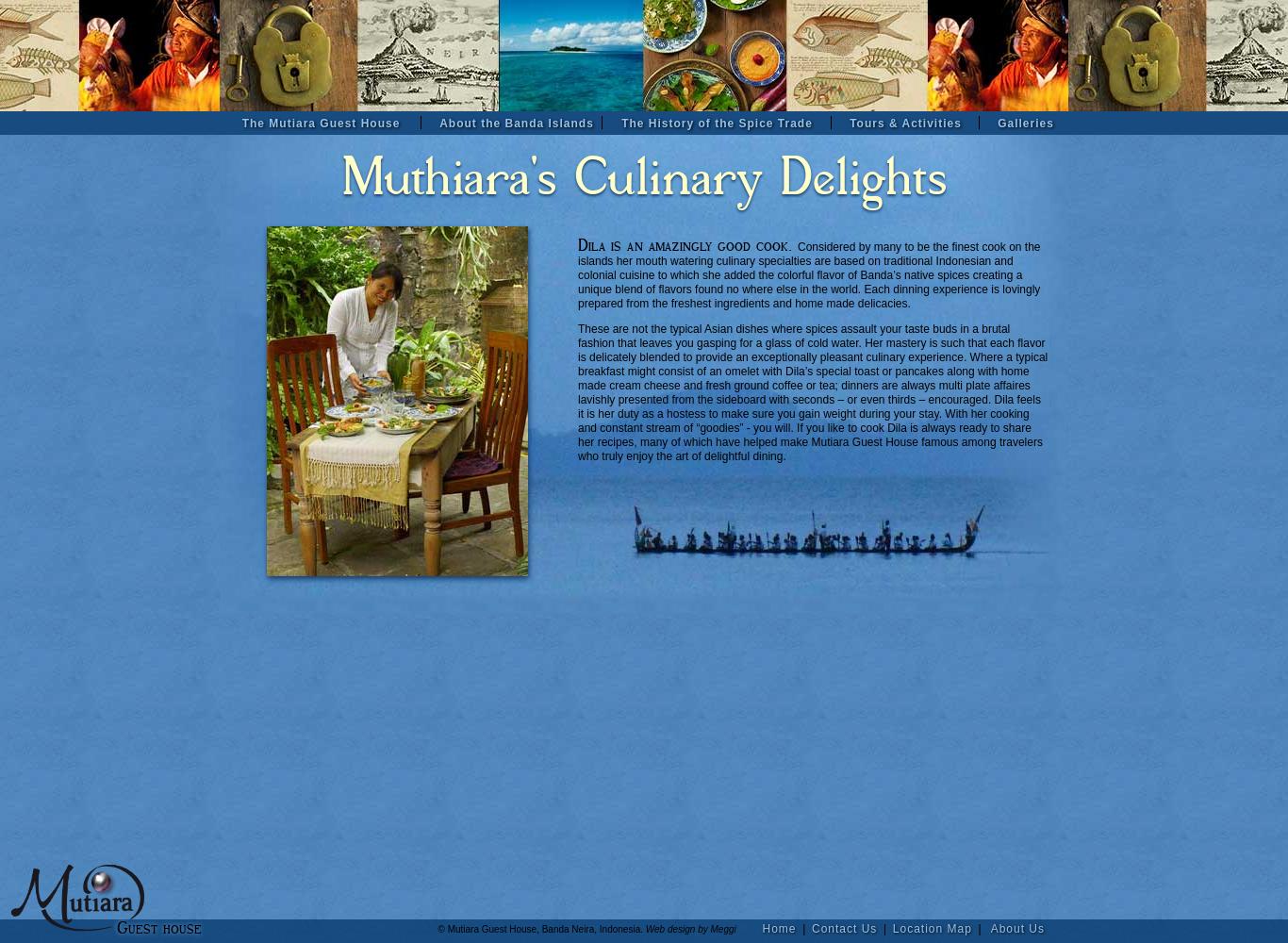 Image resolution: width=1288 pixels, height=943 pixels. Describe the element at coordinates (905, 124) in the screenshot. I see `'Tours & Activities'` at that location.